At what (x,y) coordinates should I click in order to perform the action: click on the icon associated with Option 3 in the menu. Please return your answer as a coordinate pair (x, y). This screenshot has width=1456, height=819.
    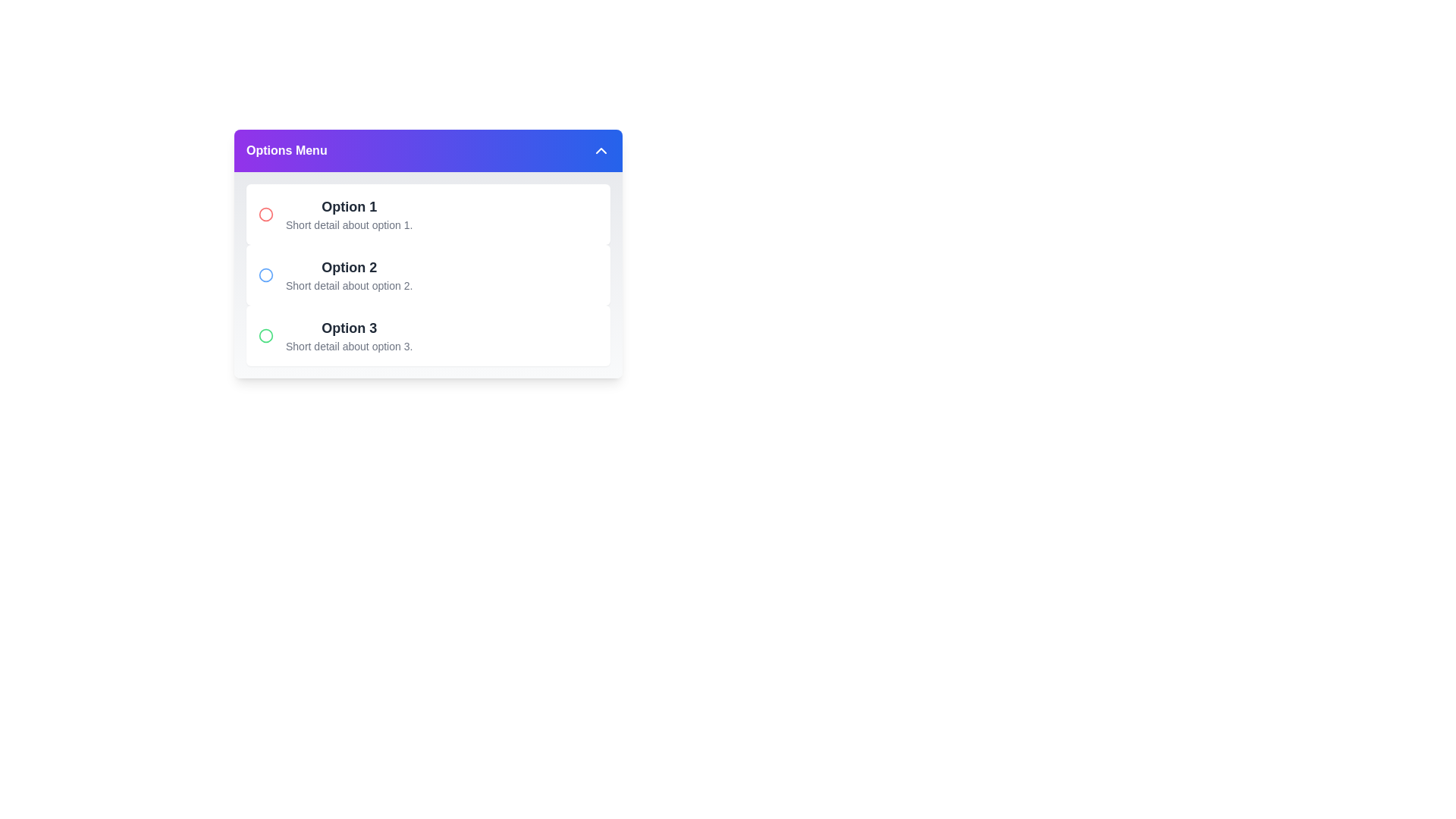
    Looking at the image, I should click on (265, 335).